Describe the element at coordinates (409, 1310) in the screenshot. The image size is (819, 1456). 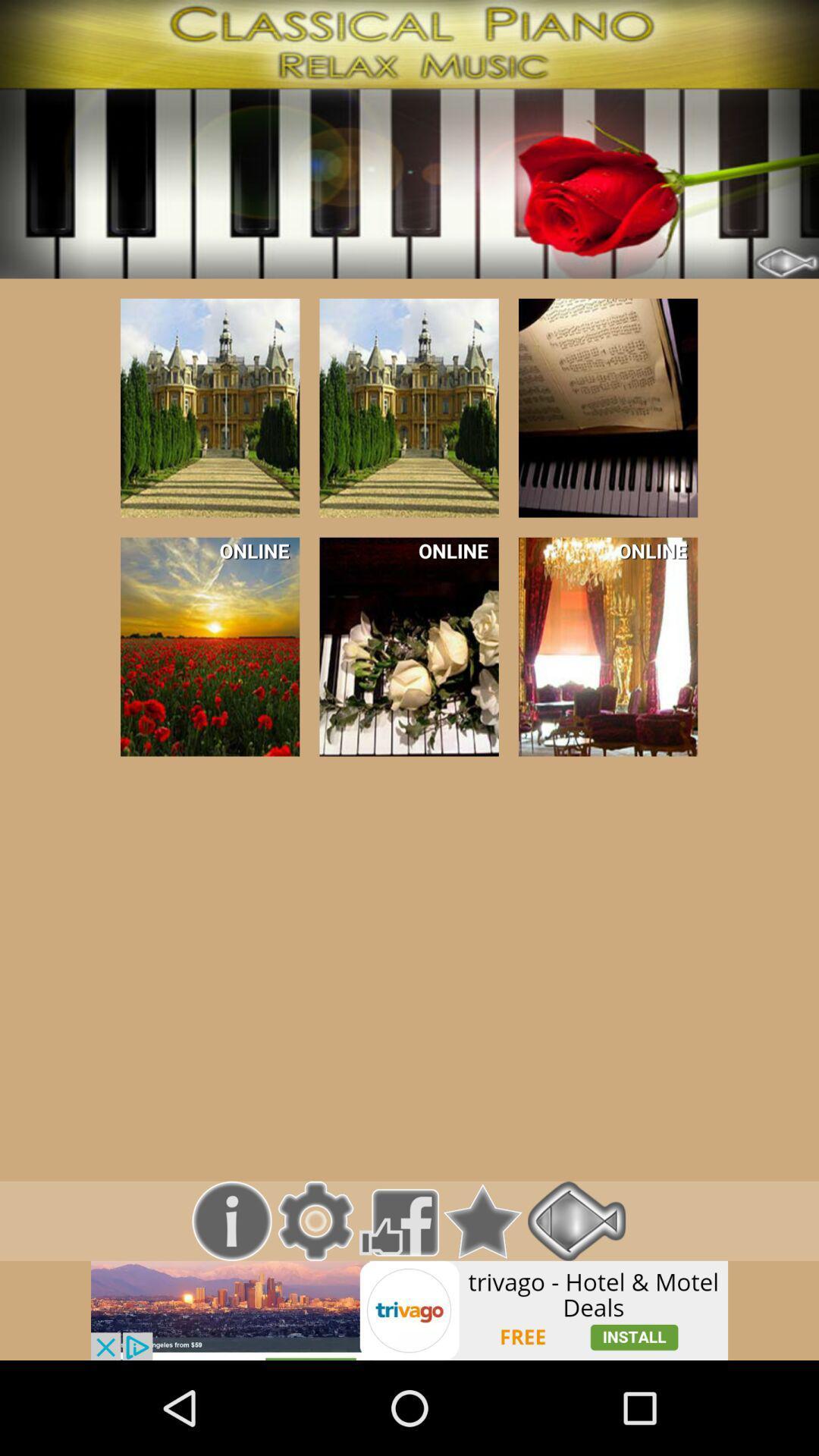
I see `shows hotel motel detail option` at that location.